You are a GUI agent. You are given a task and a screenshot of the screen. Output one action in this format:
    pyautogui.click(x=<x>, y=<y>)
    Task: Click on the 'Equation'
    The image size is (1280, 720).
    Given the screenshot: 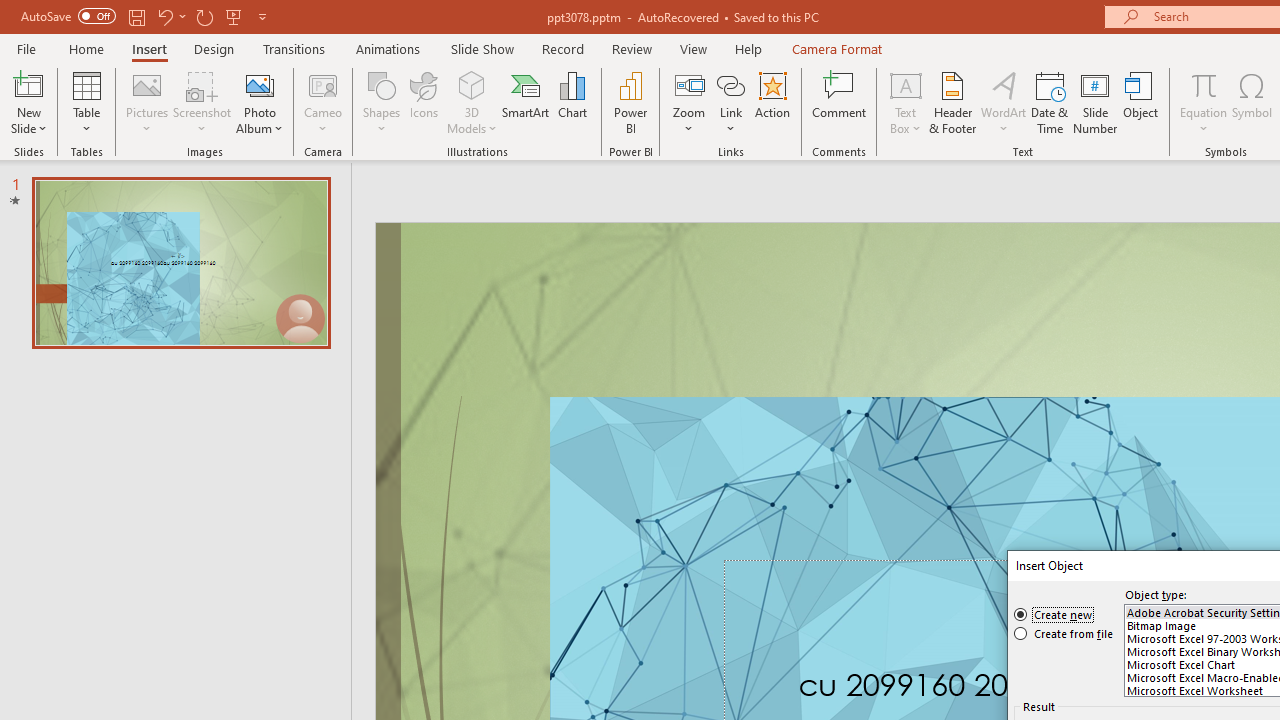 What is the action you would take?
    pyautogui.click(x=1202, y=103)
    